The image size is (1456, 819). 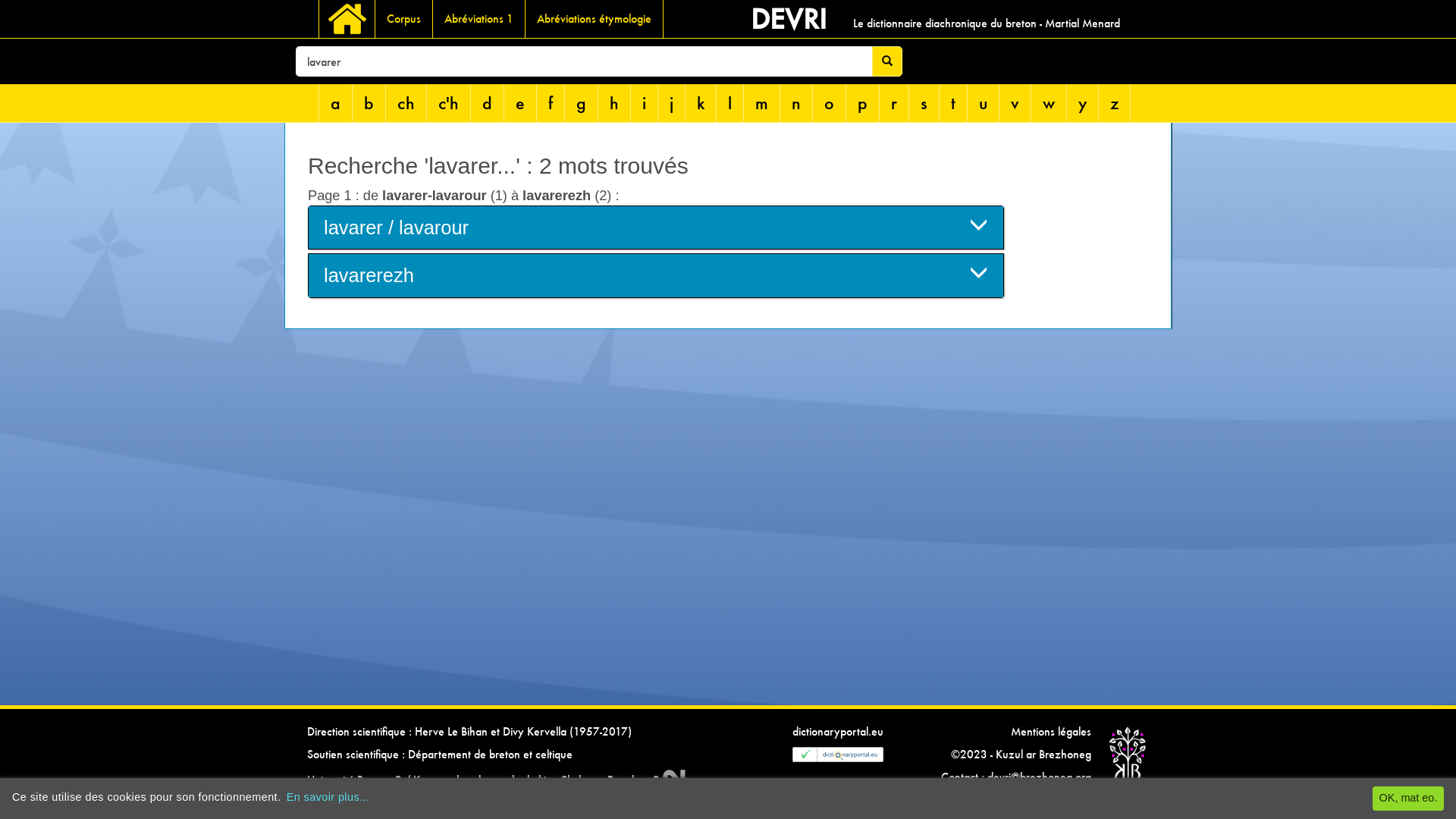 What do you see at coordinates (829, 102) in the screenshot?
I see `'o'` at bounding box center [829, 102].